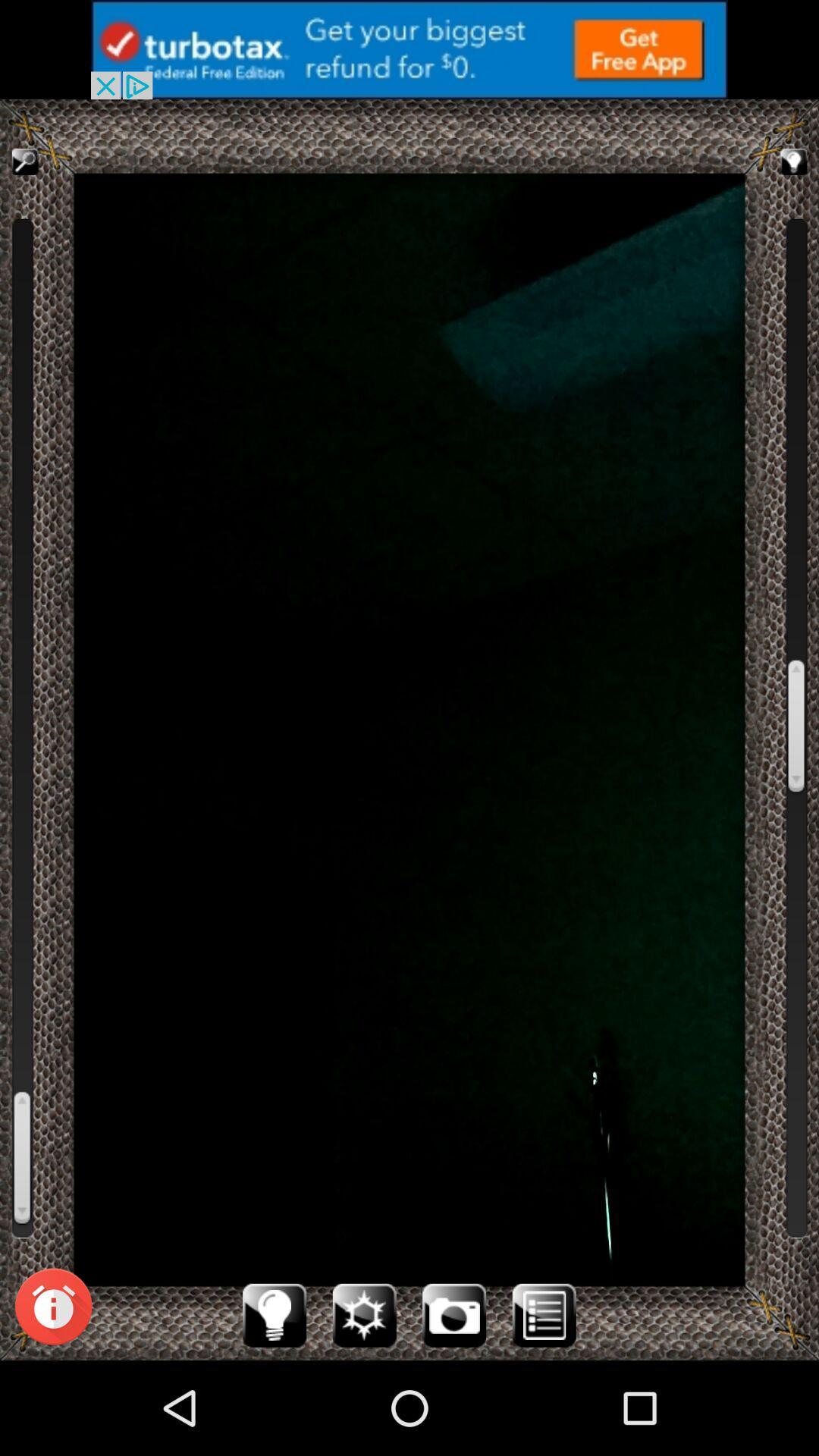 This screenshot has height=1456, width=819. Describe the element at coordinates (364, 1314) in the screenshot. I see `filter` at that location.